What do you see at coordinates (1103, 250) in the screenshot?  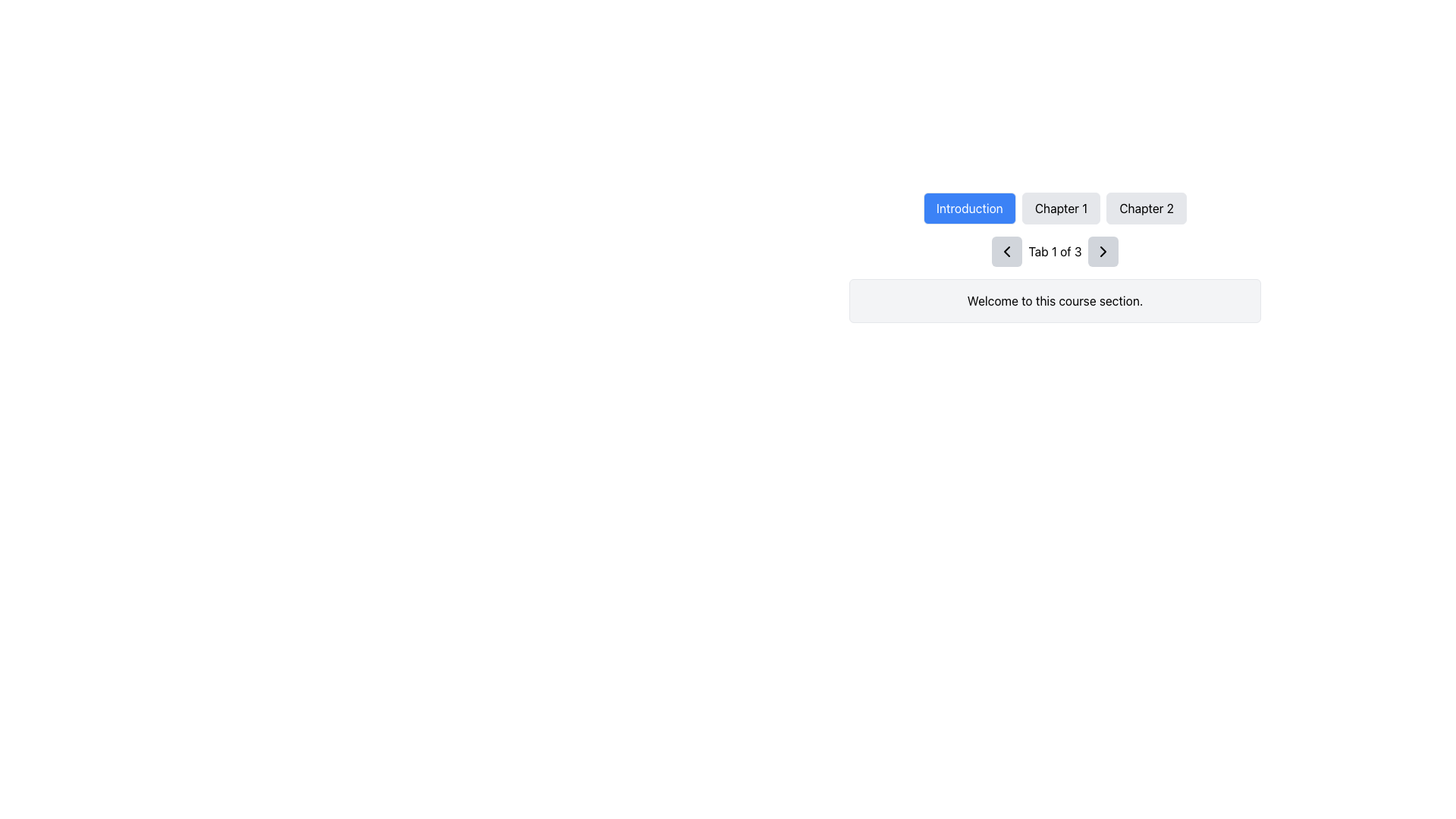 I see `the chevron icon button located in the rightmost position of the navigation control group, adjacent to 'Tab 1 of 3', to change its background color` at bounding box center [1103, 250].